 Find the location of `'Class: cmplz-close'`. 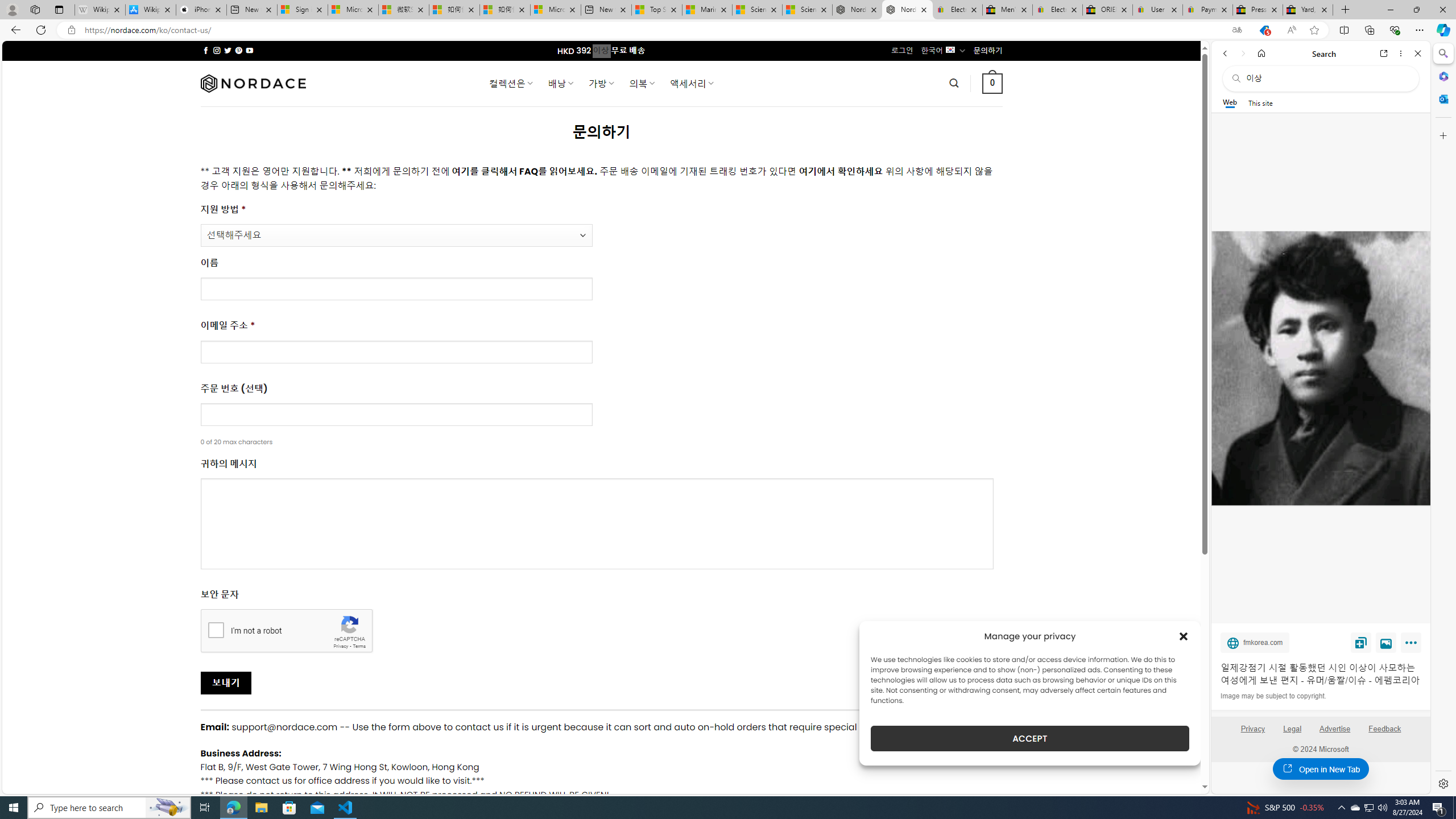

'Class: cmplz-close' is located at coordinates (1183, 636).